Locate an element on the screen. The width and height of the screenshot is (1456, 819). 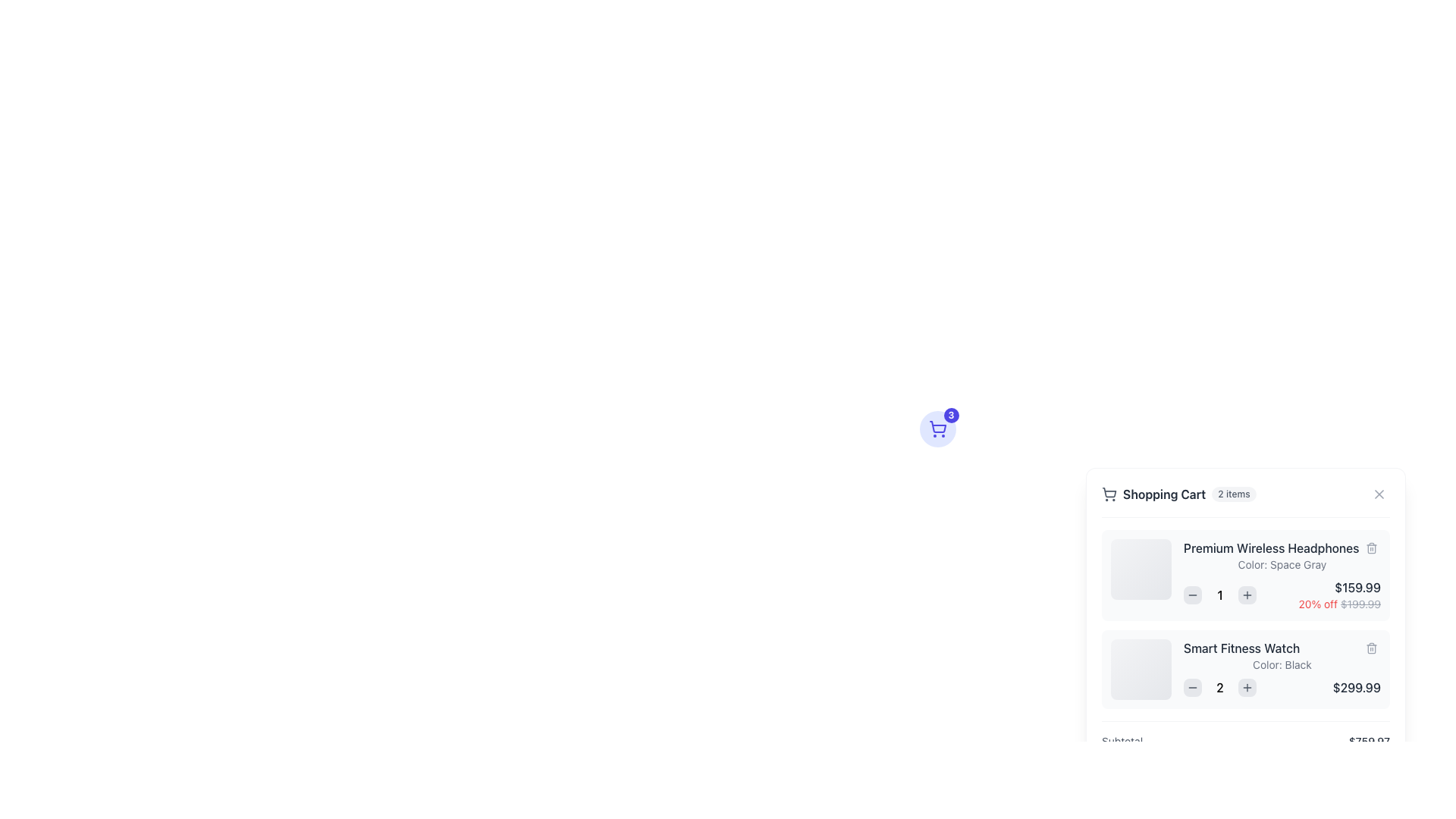
the monetary value display showing '$759.97' in dark gray, located in the lower-right corner of the shopping cart modal, adjacent to the 'Subtotal' label is located at coordinates (1369, 741).